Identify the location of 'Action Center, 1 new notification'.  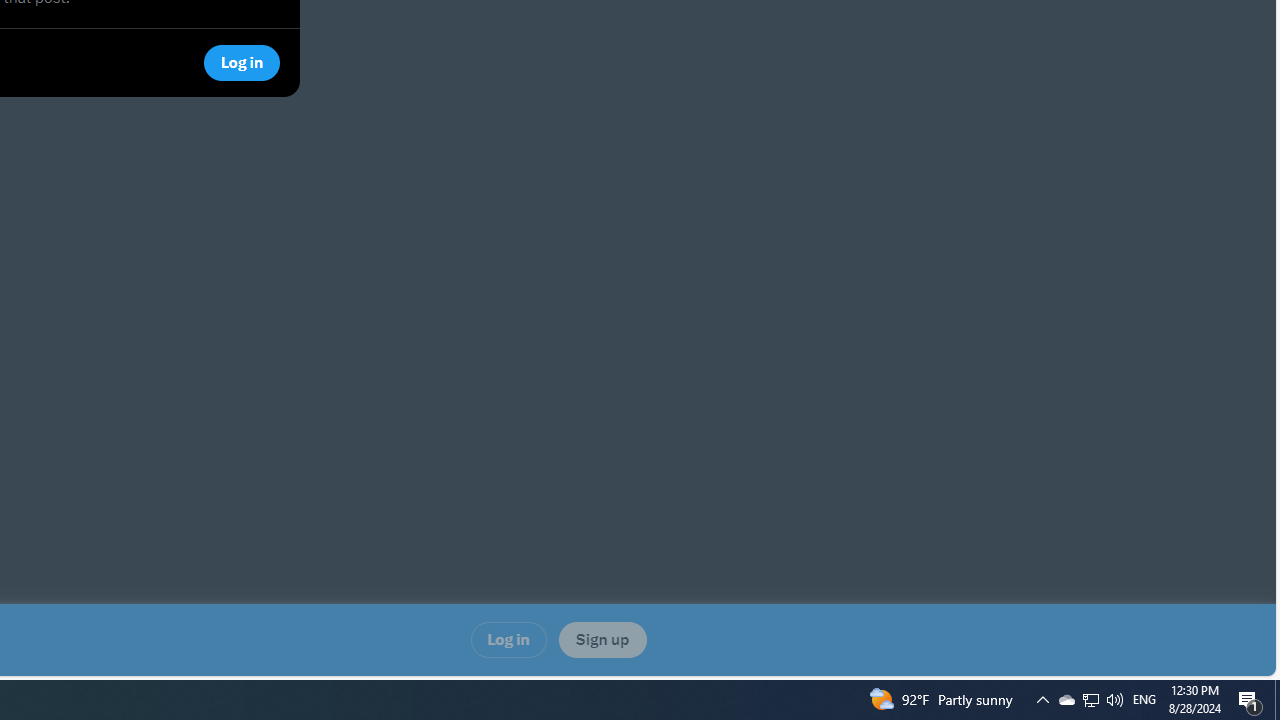
(1250, 698).